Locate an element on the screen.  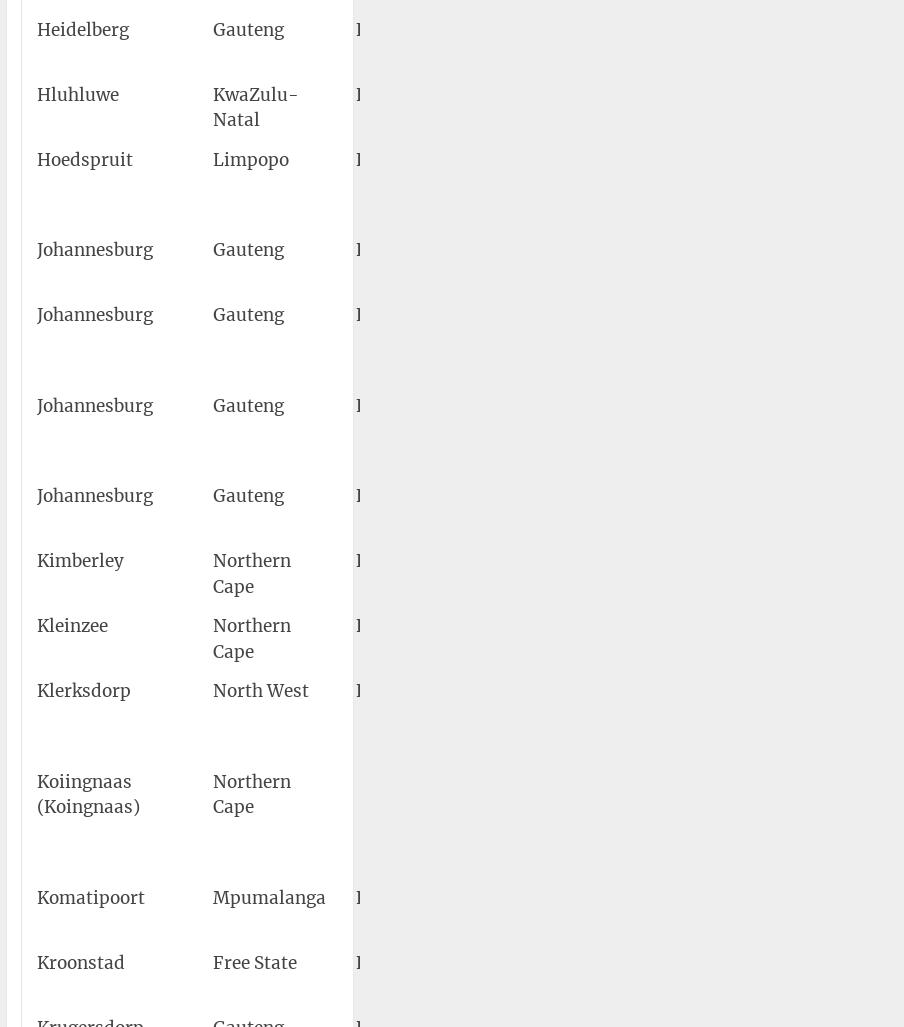
'FAGC' is located at coordinates (378, 249).